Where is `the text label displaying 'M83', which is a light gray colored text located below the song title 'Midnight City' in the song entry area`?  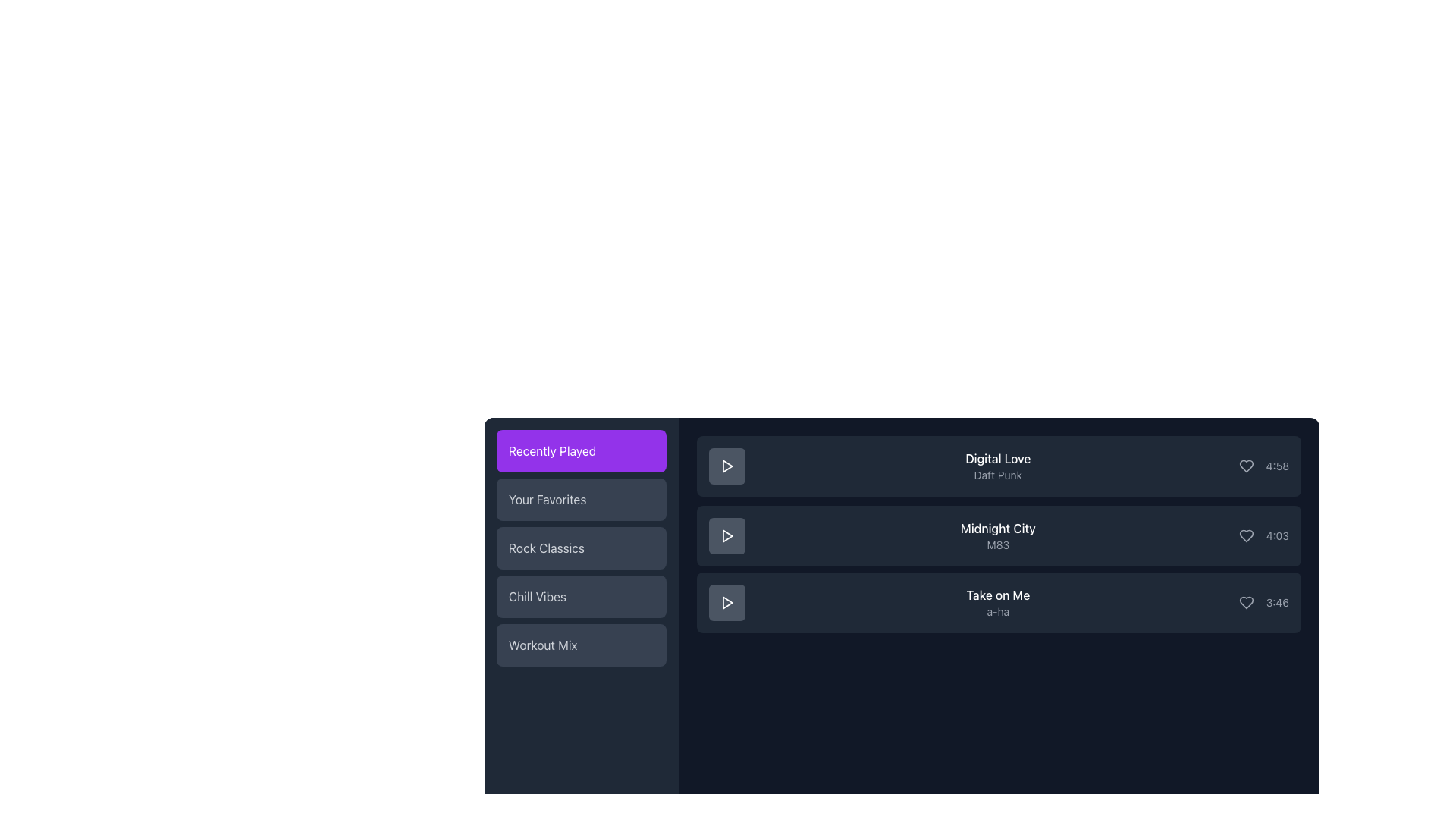
the text label displaying 'M83', which is a light gray colored text located below the song title 'Midnight City' in the song entry area is located at coordinates (998, 544).